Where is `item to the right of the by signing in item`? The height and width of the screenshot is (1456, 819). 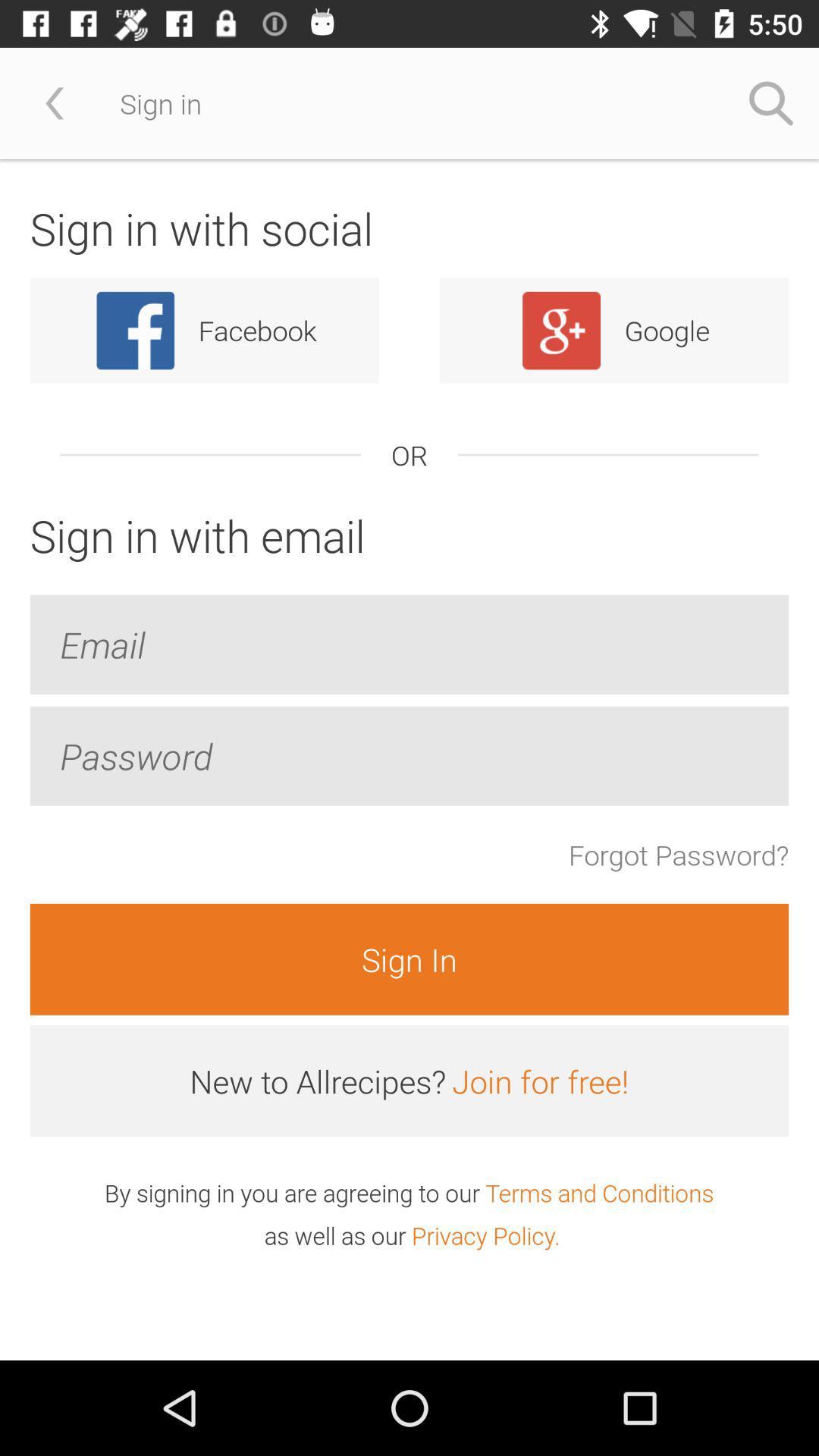 item to the right of the by signing in item is located at coordinates (598, 1192).